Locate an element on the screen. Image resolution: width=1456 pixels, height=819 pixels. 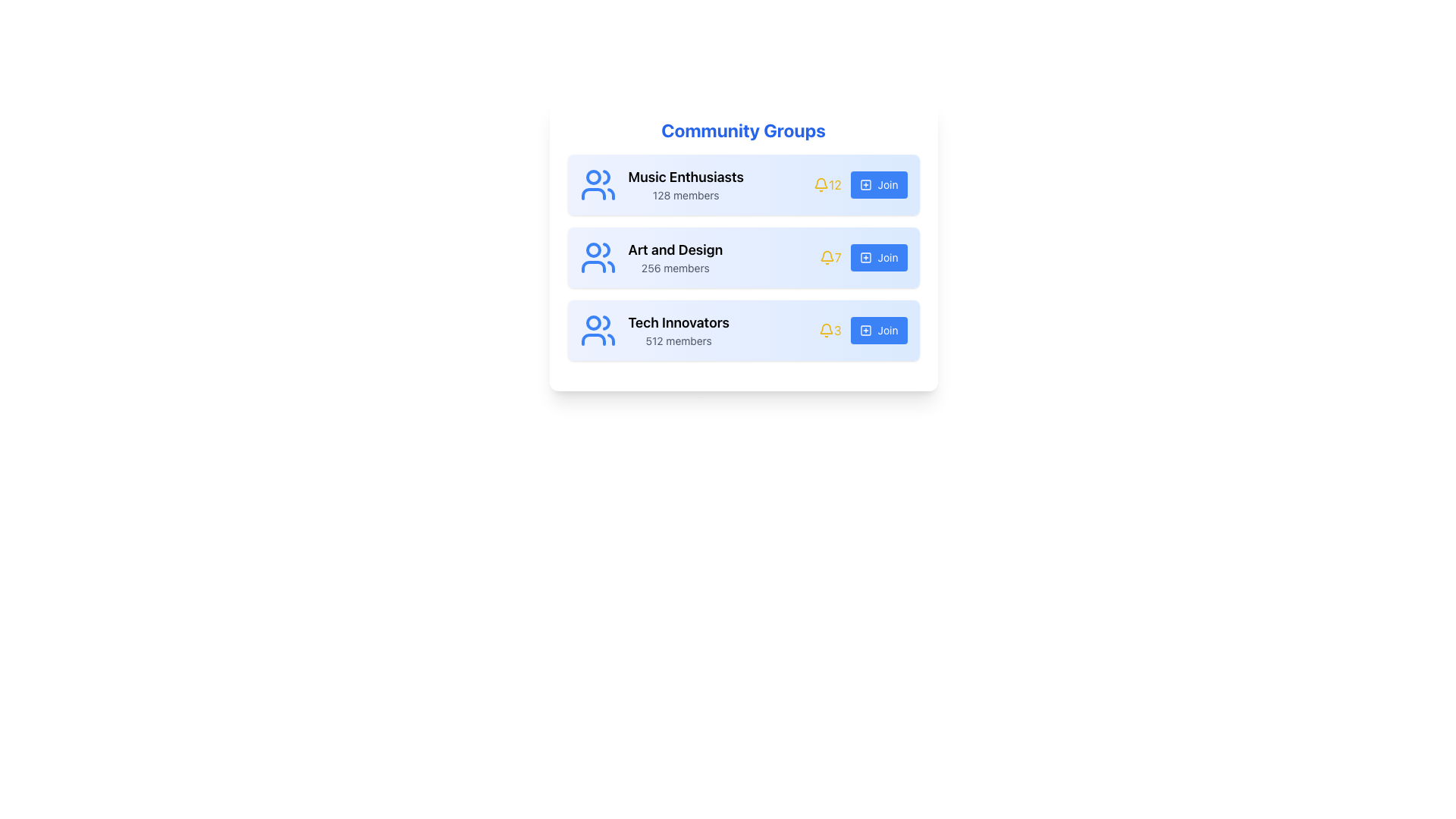
the 'Music Enthusiasts' informational label, which is the first element in the vertical list under 'Community Groups' is located at coordinates (661, 184).